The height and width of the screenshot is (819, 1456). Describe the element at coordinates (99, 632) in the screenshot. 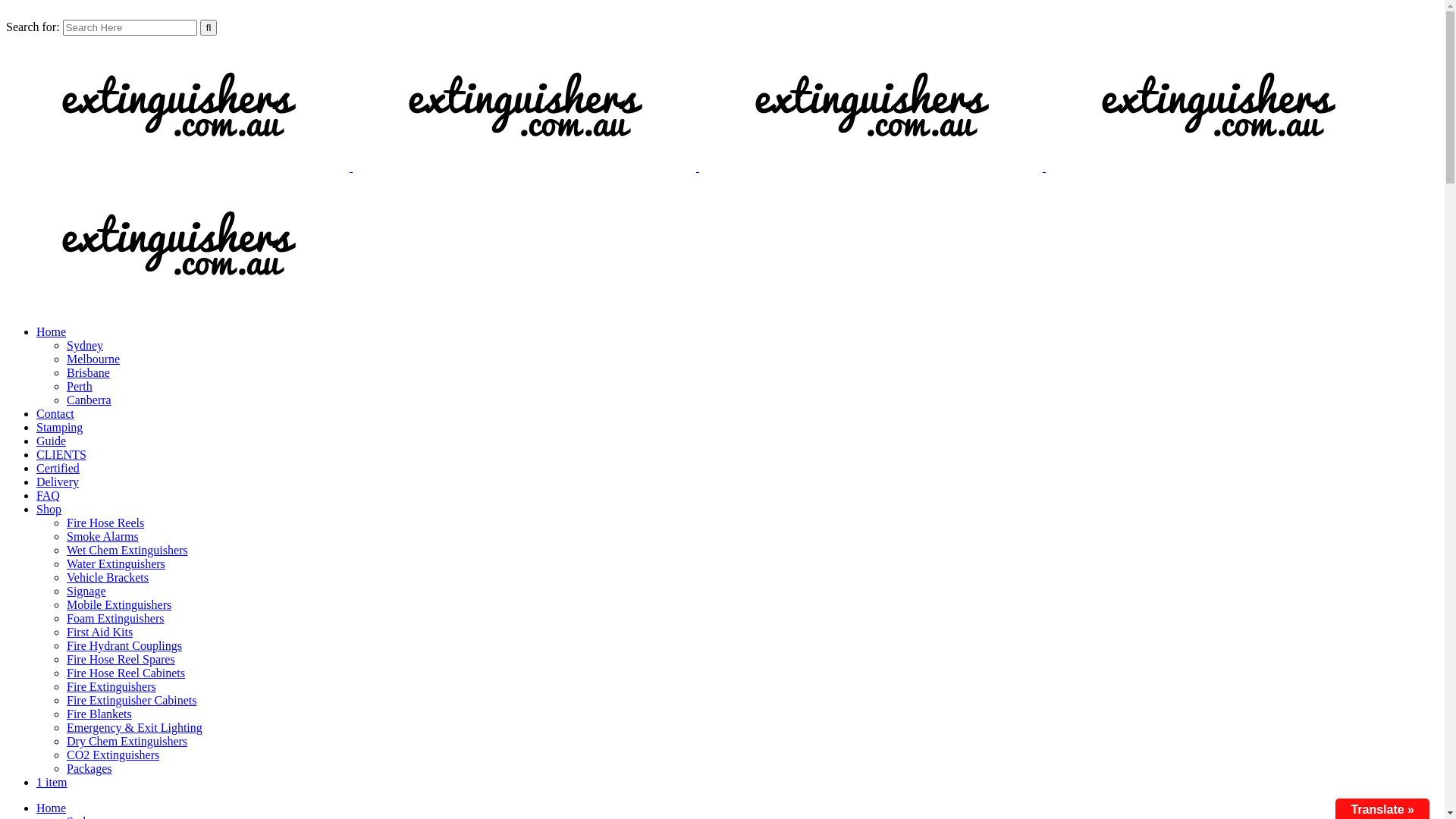

I see `'First Aid Kits'` at that location.